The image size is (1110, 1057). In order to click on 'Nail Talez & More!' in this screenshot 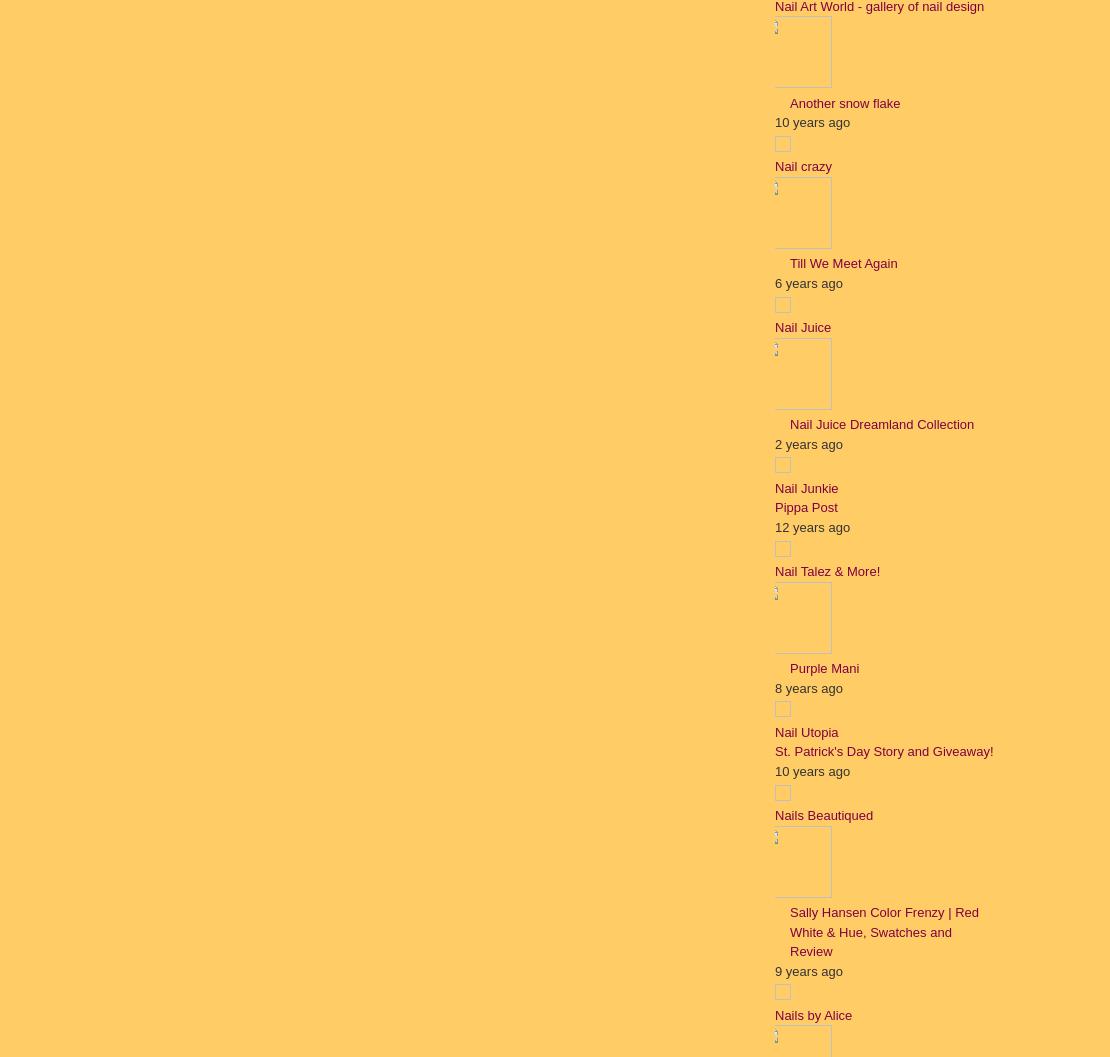, I will do `click(827, 570)`.